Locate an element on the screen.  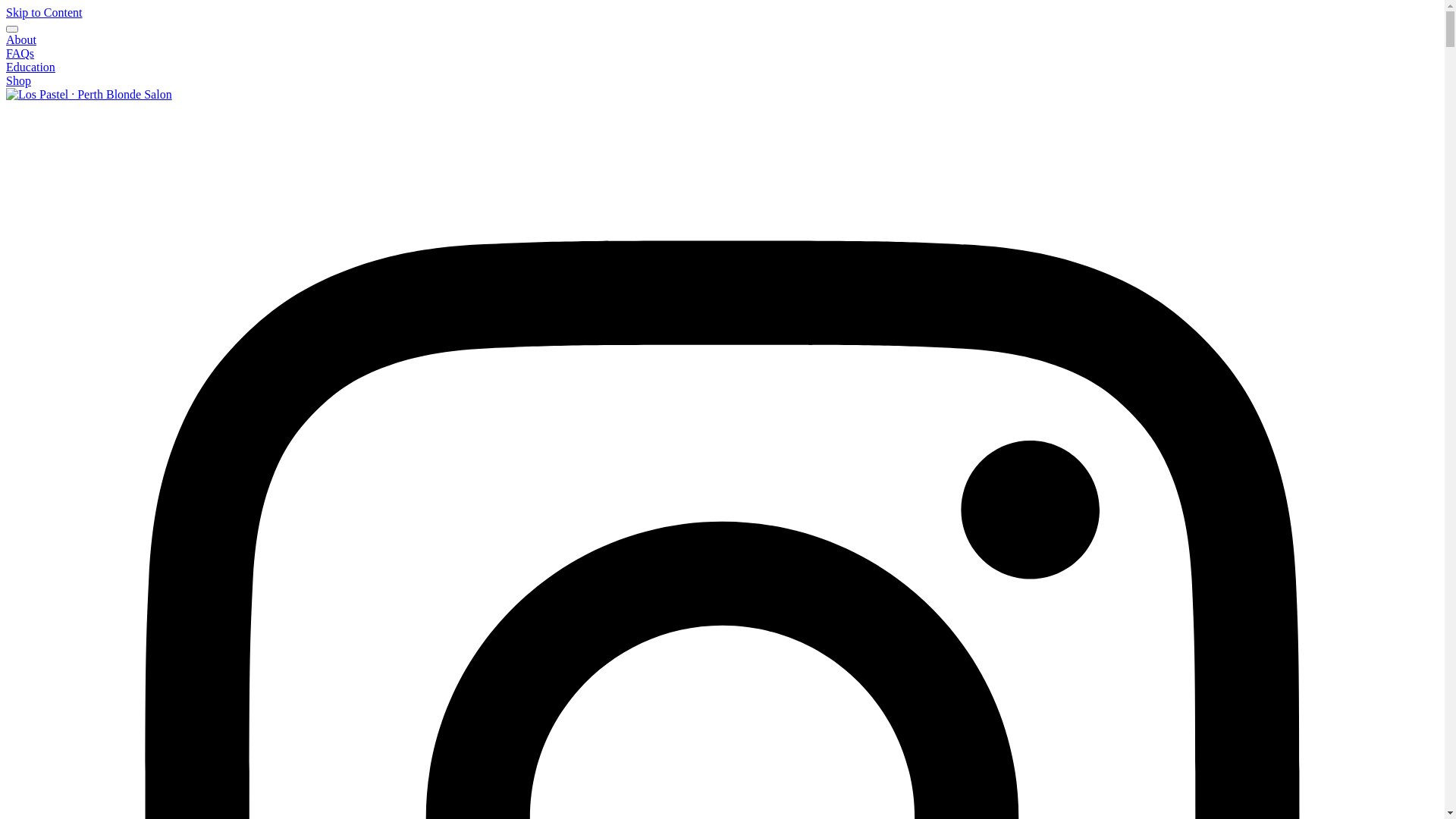
'Skip to Content' is located at coordinates (43, 12).